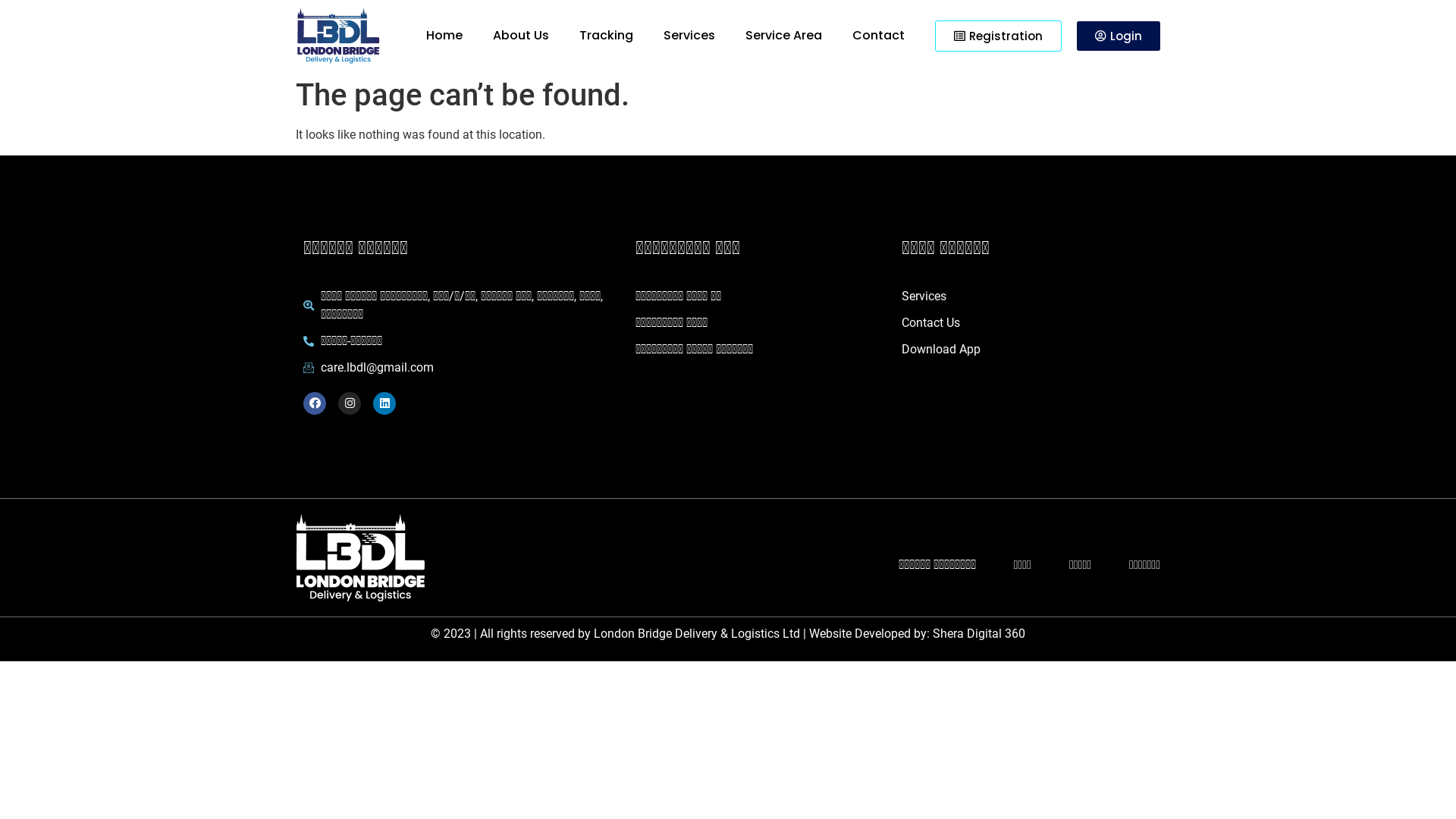 The image size is (1456, 819). Describe the element at coordinates (783, 34) in the screenshot. I see `'Service Area'` at that location.